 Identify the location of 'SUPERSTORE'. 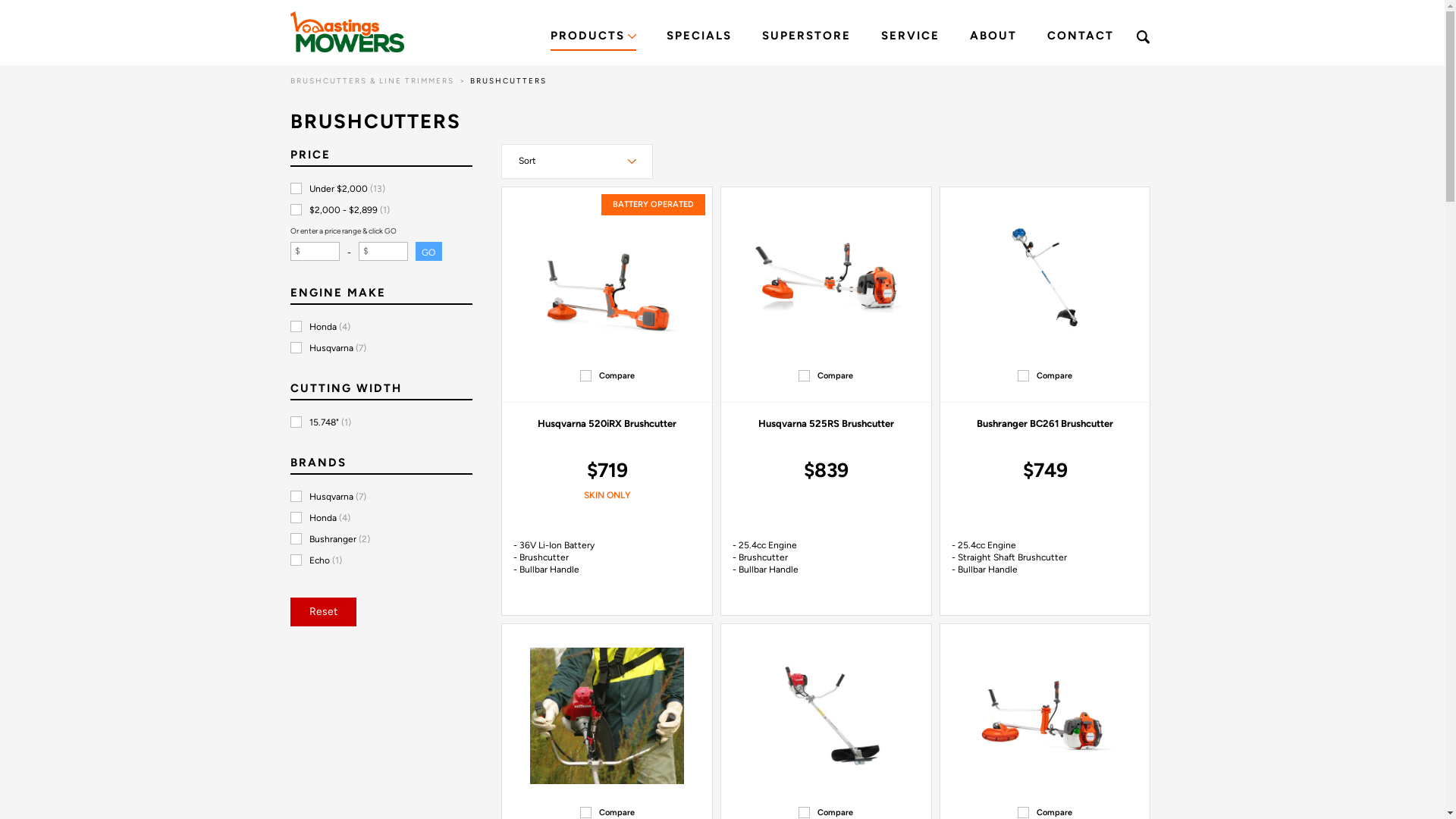
(805, 37).